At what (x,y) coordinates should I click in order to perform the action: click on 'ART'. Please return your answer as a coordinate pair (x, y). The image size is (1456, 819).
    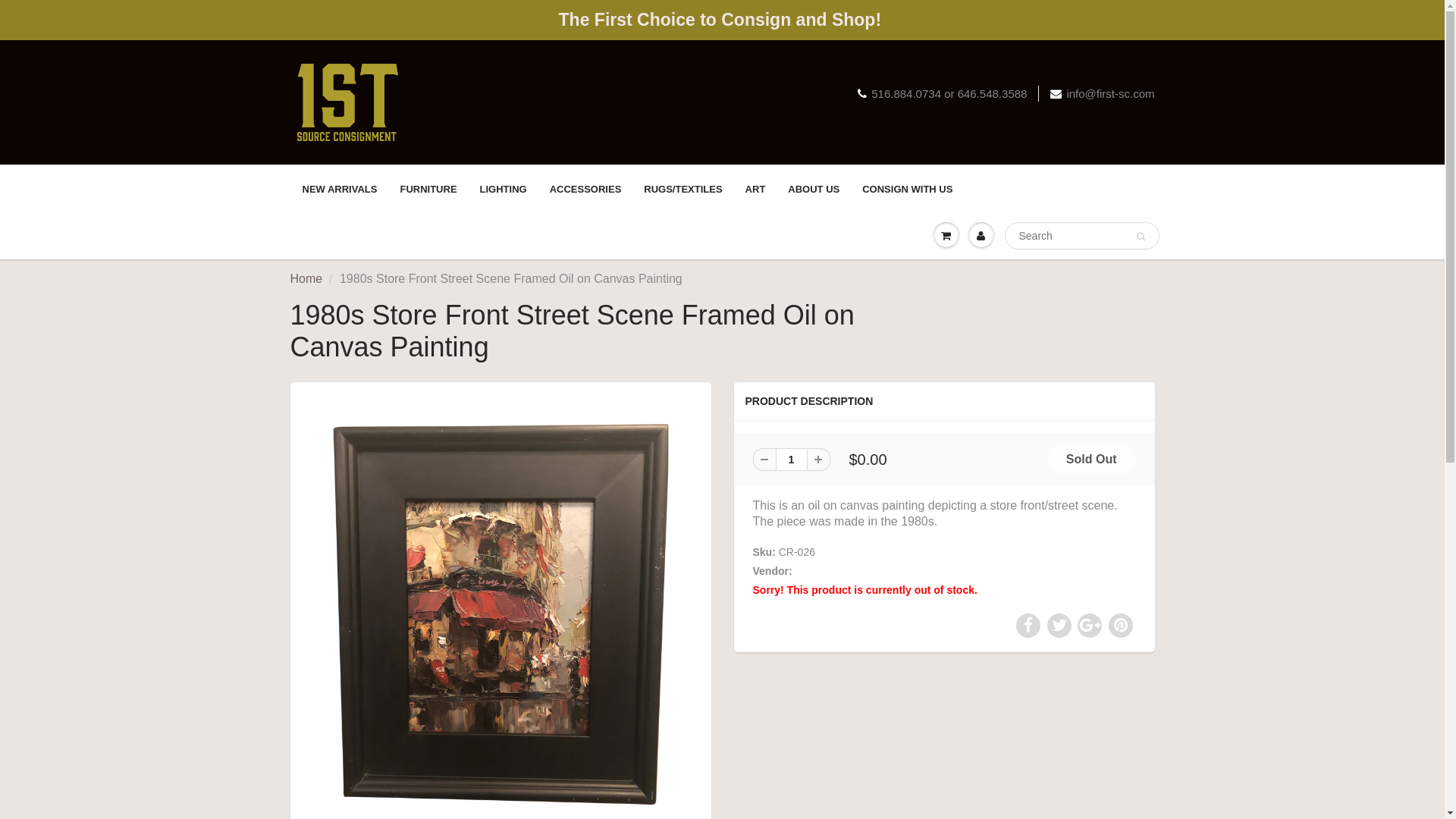
    Looking at the image, I should click on (755, 189).